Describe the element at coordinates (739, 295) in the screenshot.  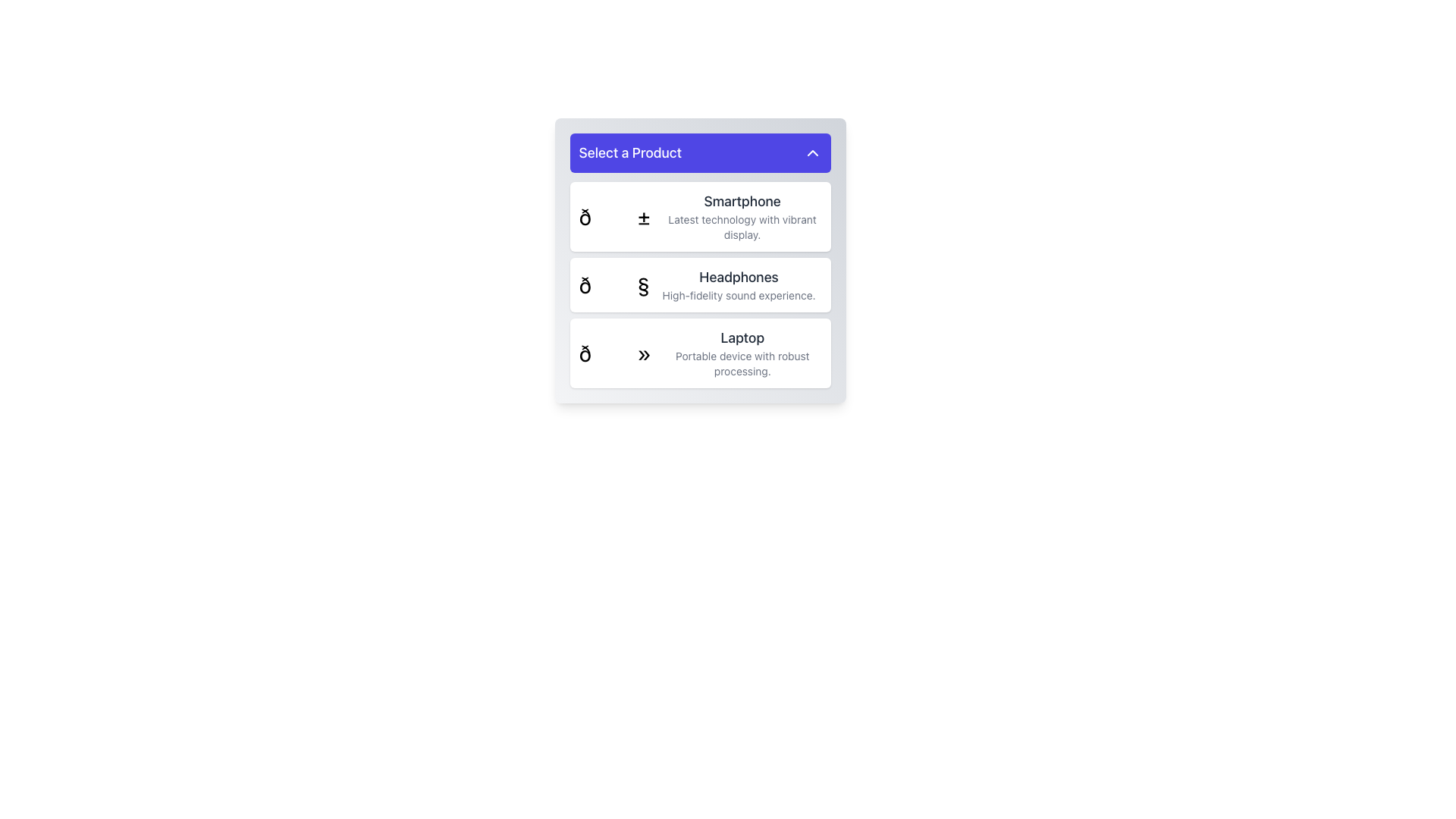
I see `the static text description that reads 'High-fidelity sound experience.' located directly below the title 'Headphones' in the product selection list` at that location.